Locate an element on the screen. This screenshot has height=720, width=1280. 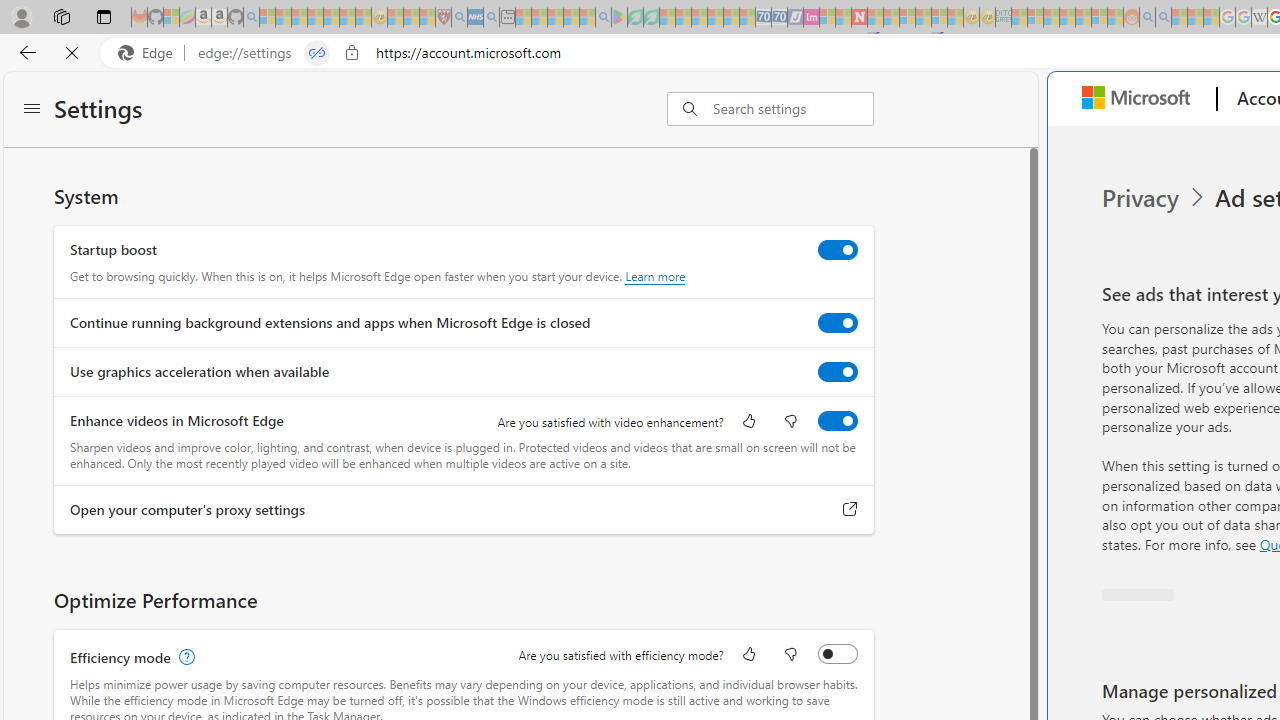
'14 Common Myths Debunked By Scientific Facts - Sleeping' is located at coordinates (890, 17).